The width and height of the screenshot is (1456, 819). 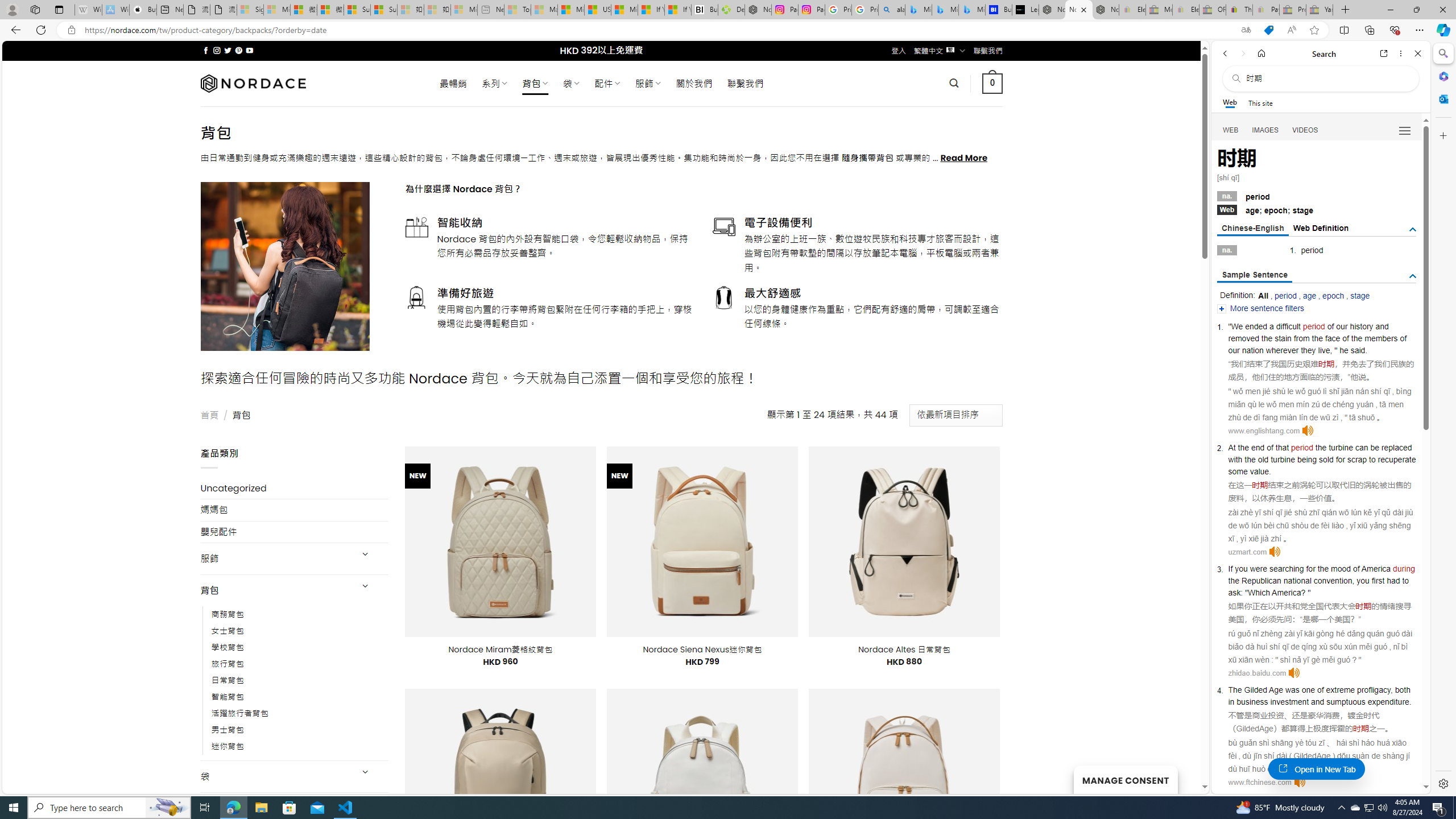 What do you see at coordinates (1265, 129) in the screenshot?
I see `'Search Filter, IMAGES'` at bounding box center [1265, 129].